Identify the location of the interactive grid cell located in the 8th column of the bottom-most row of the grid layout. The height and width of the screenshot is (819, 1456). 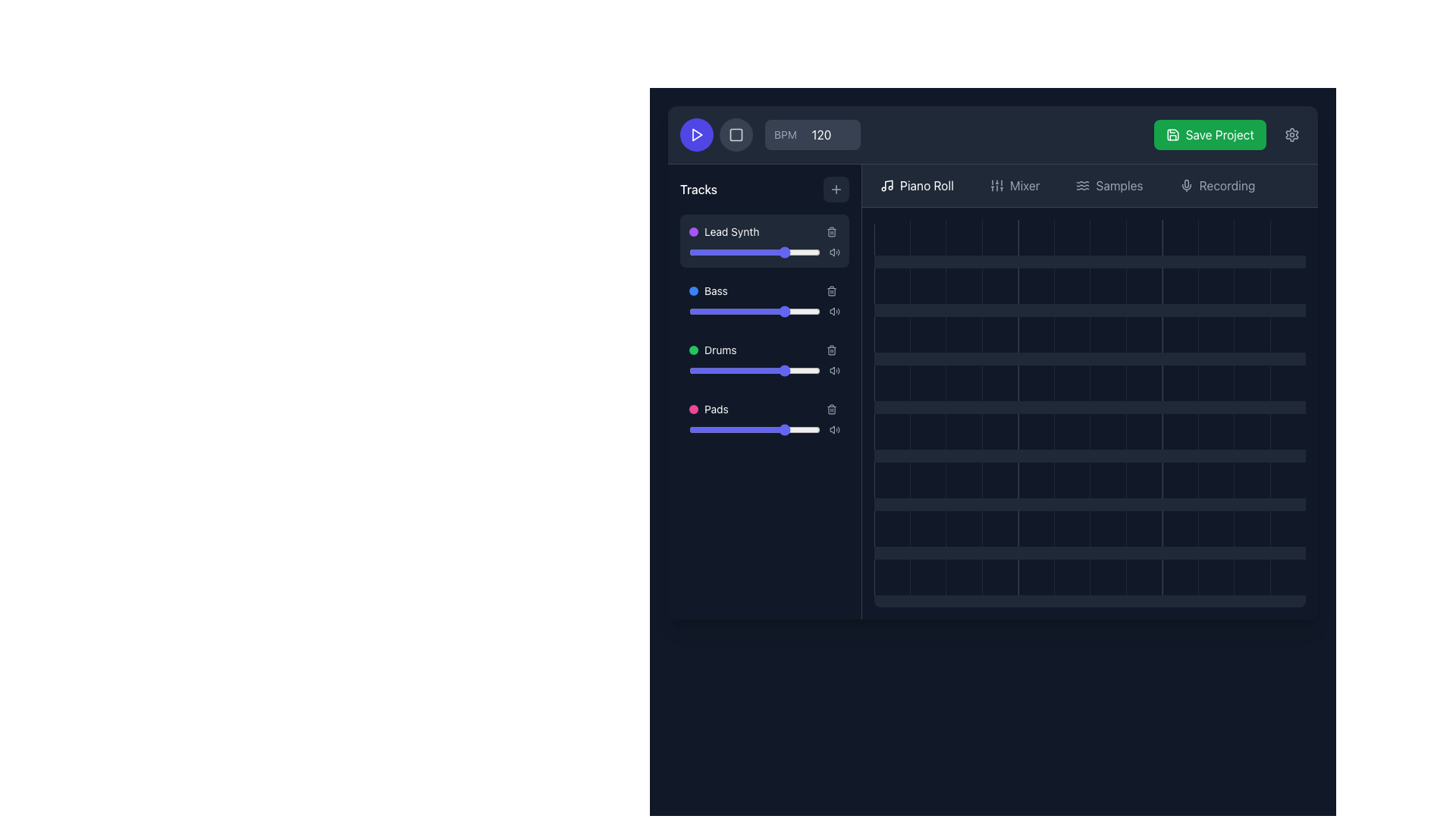
(1144, 528).